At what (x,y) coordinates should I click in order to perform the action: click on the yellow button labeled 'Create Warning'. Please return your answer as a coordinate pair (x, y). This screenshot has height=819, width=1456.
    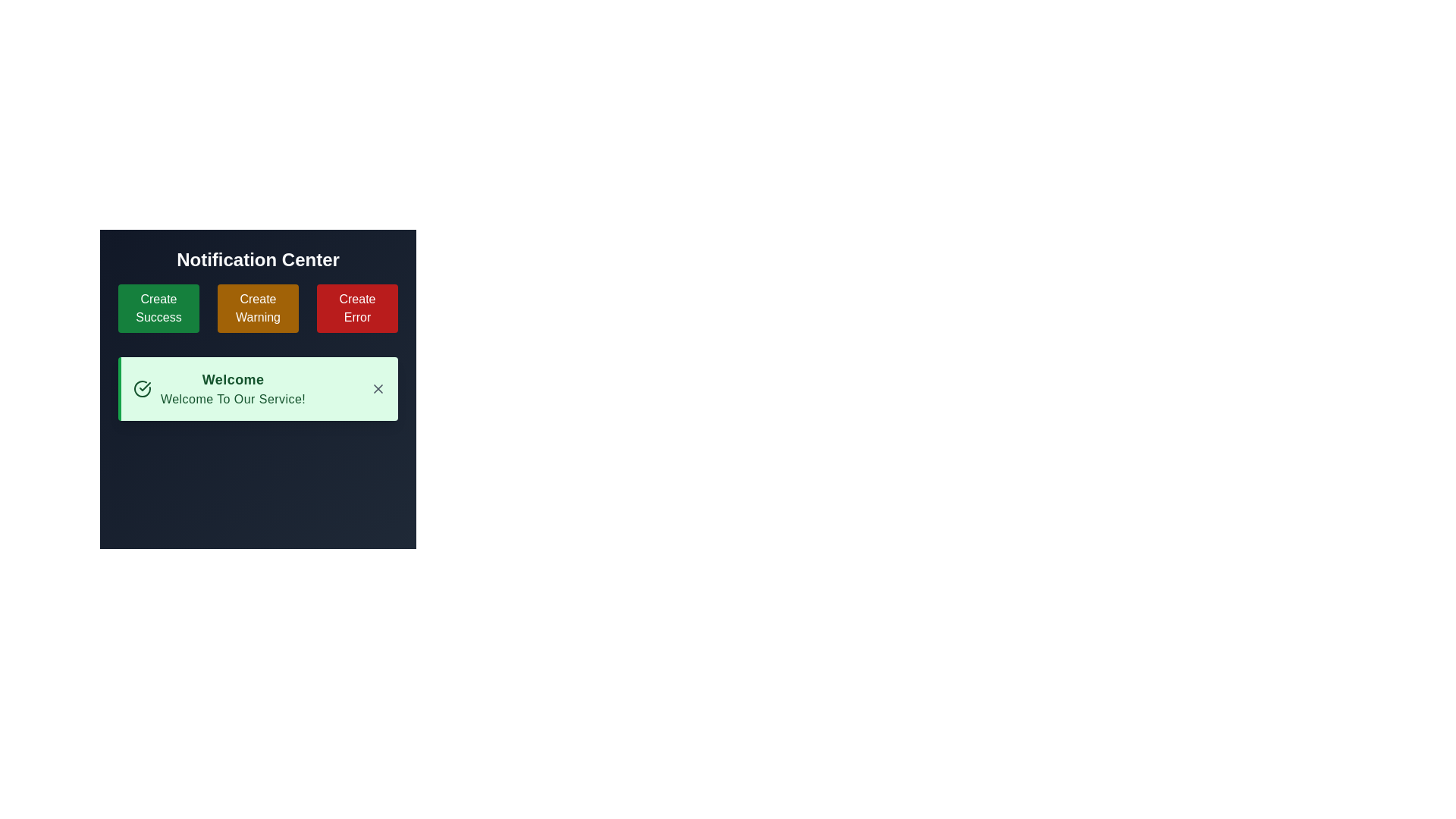
    Looking at the image, I should click on (258, 308).